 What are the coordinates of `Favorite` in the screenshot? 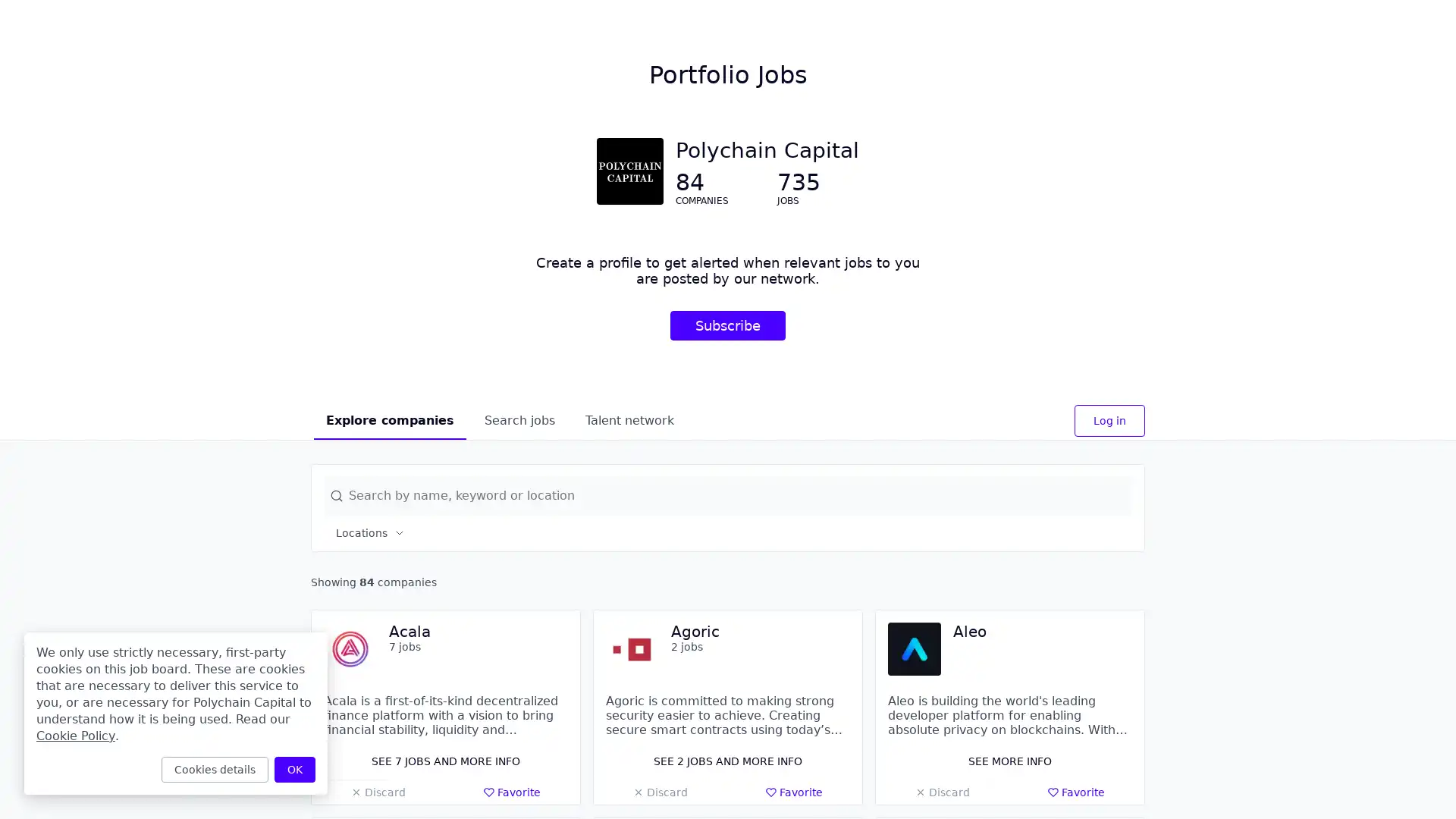 It's located at (512, 792).